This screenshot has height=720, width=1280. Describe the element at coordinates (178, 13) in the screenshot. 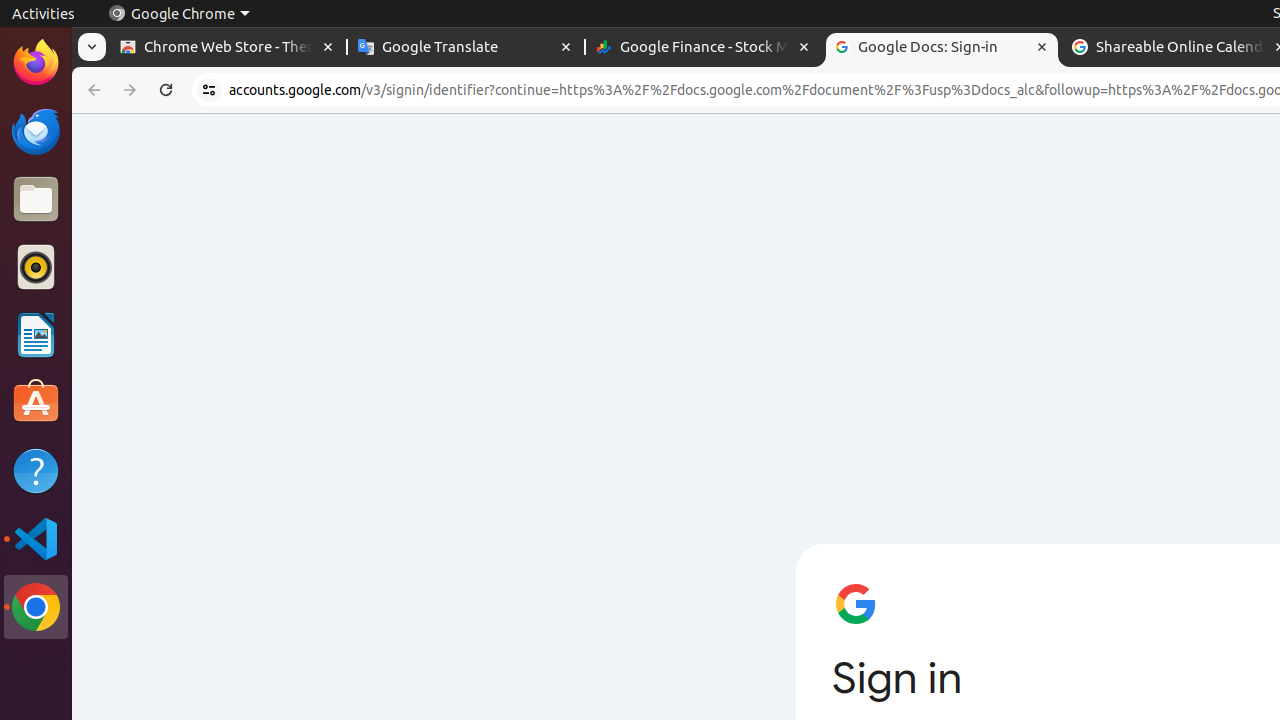

I see `'Google Chrome'` at that location.